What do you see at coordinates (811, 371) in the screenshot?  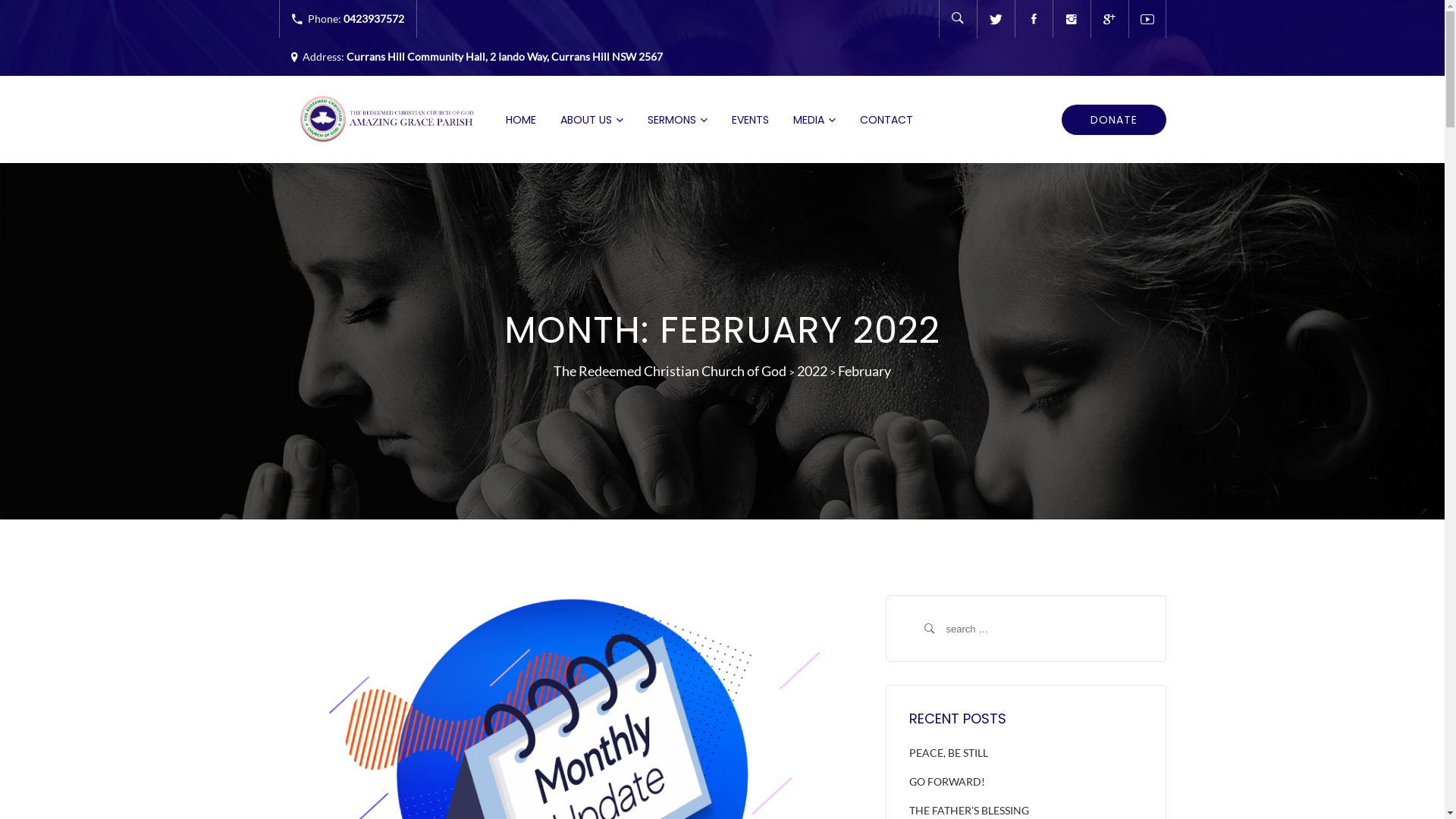 I see `'2022'` at bounding box center [811, 371].